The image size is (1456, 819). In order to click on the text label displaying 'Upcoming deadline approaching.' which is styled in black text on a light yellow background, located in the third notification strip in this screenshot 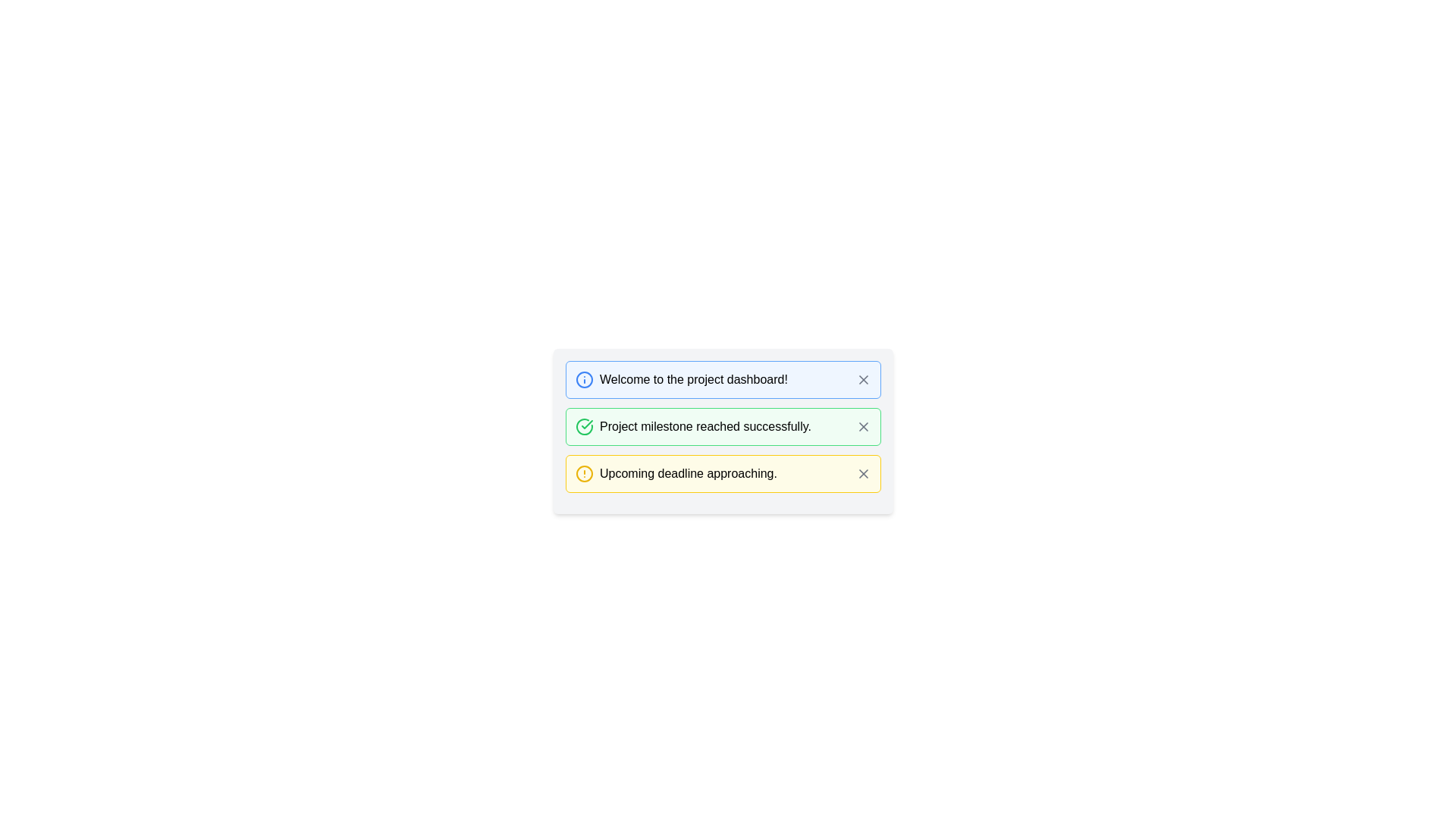, I will do `click(687, 472)`.